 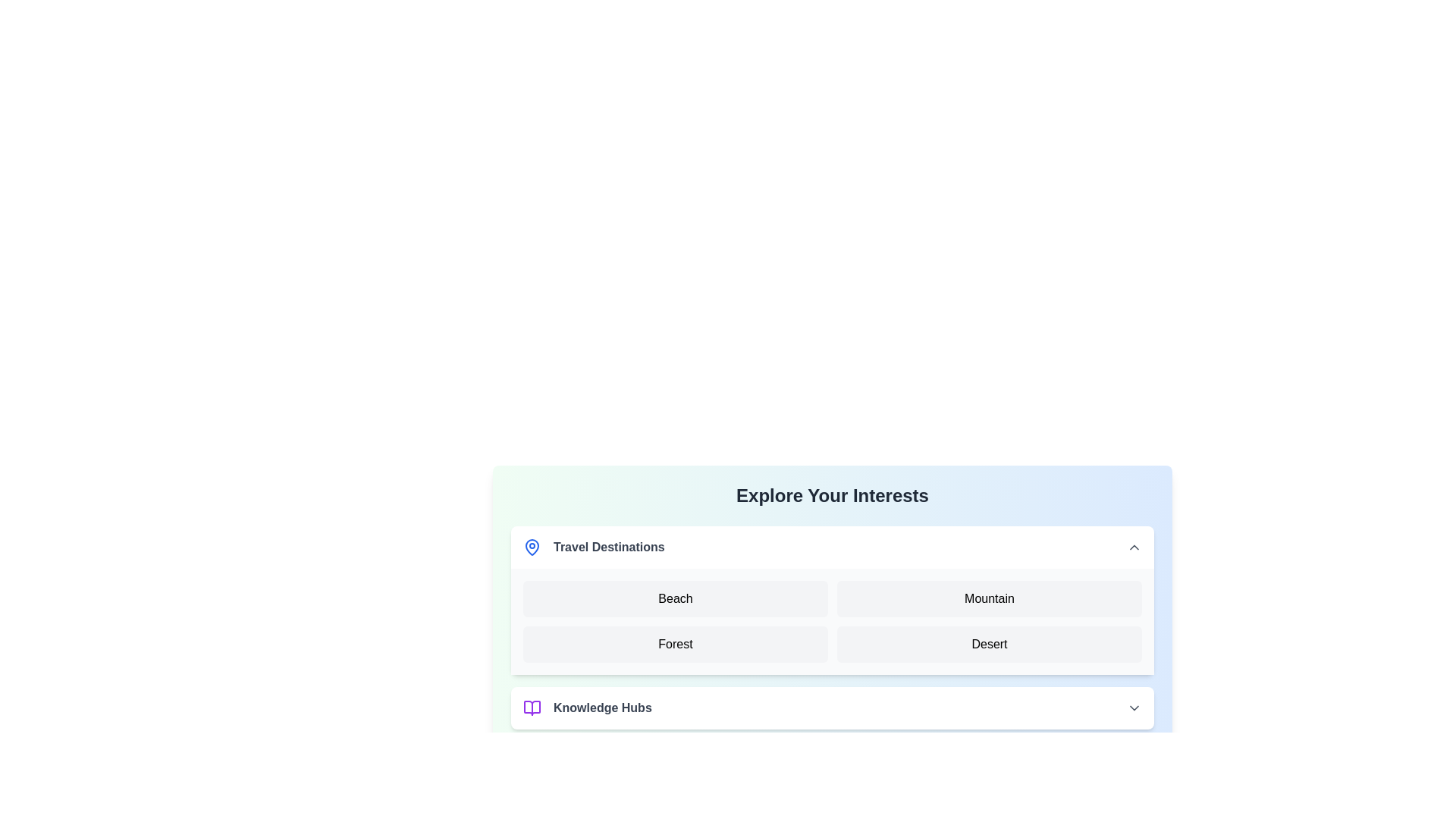 What do you see at coordinates (532, 708) in the screenshot?
I see `the purple 'Knowledge Hubs' icon located at the bottom left of the interface` at bounding box center [532, 708].